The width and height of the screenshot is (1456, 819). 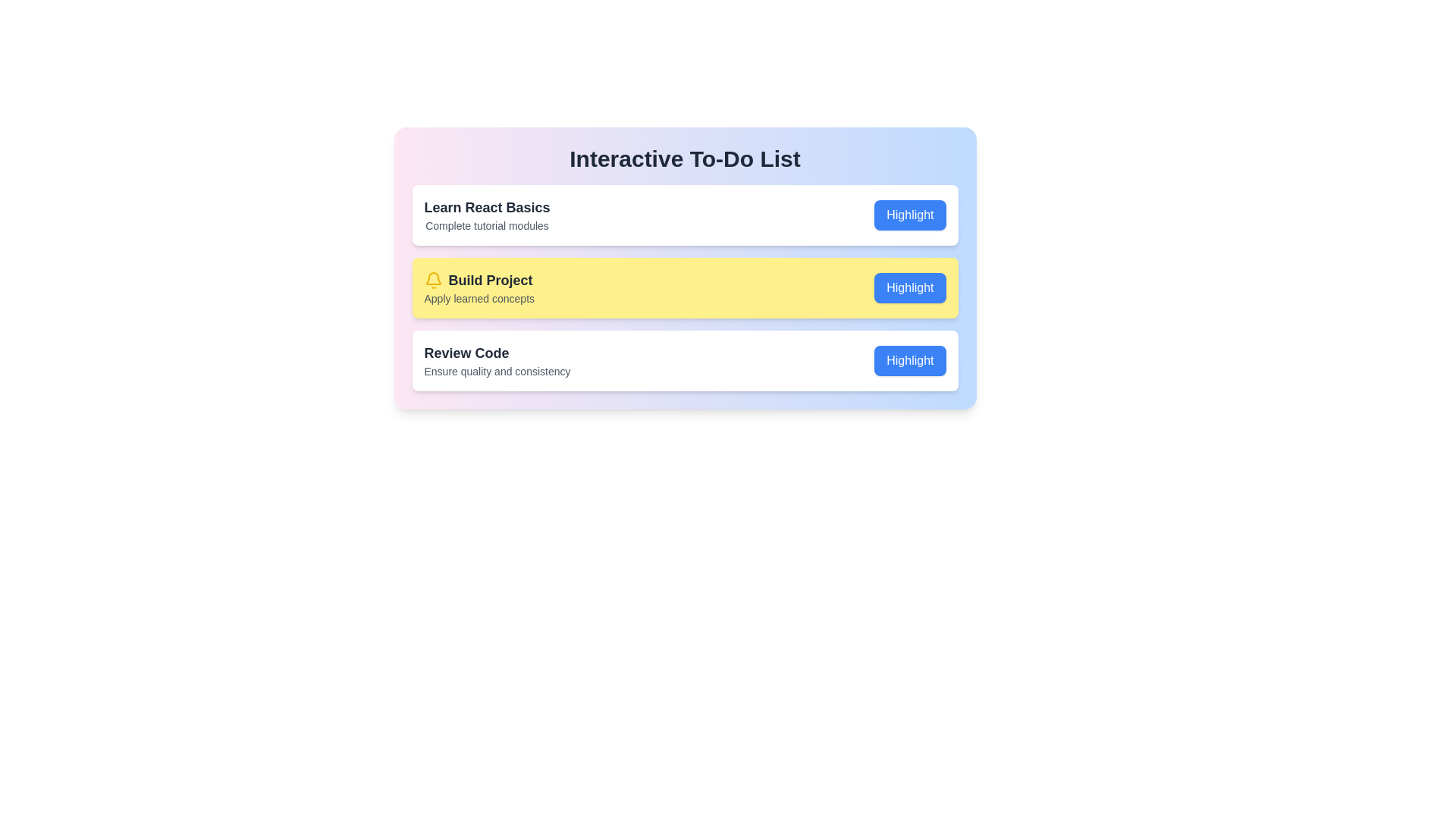 I want to click on the 'Highlight' button of the item with the name Learn React Basics, so click(x=910, y=215).